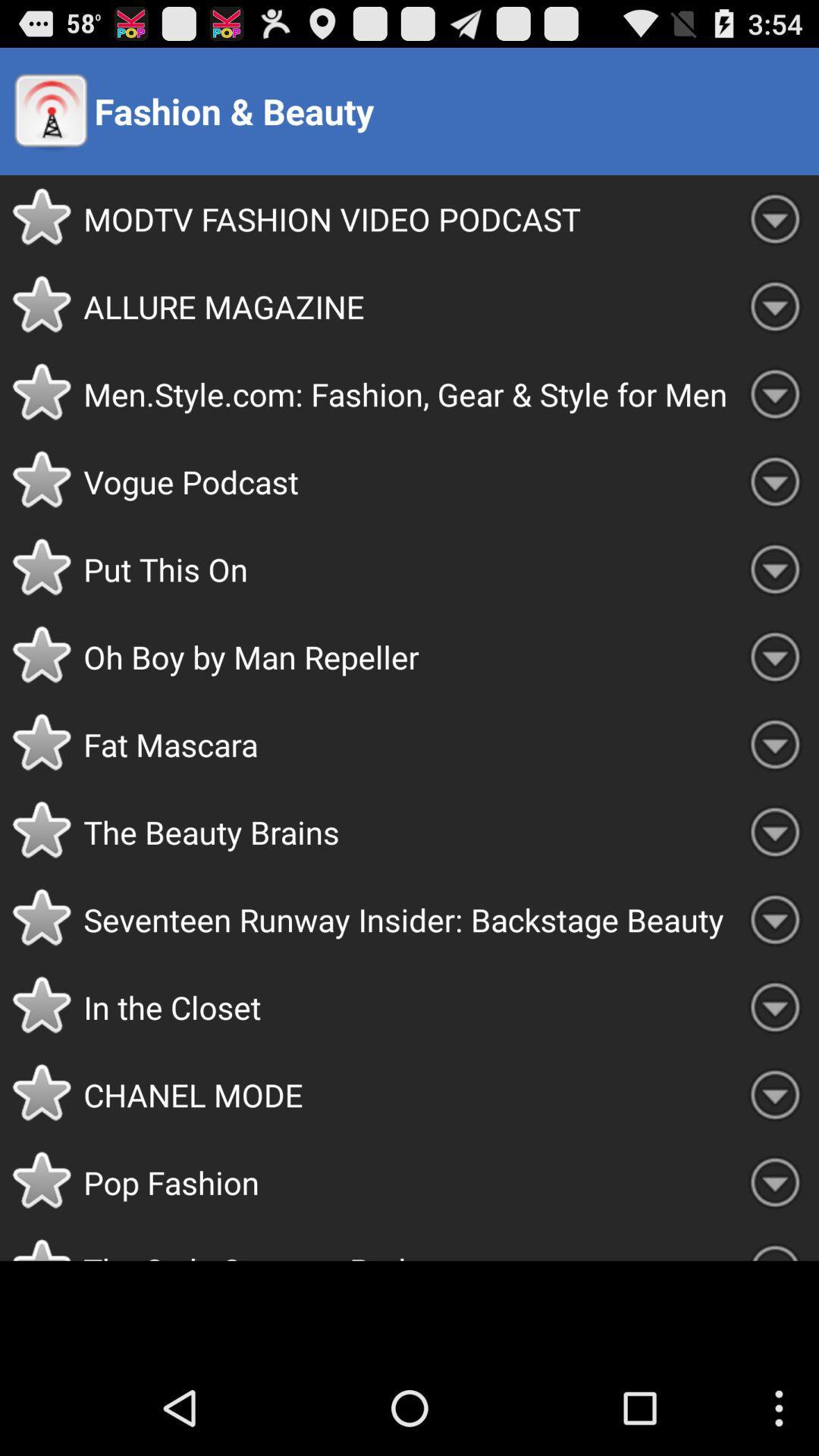 The height and width of the screenshot is (1456, 819). Describe the element at coordinates (406, 918) in the screenshot. I see `icon below the beauty brains` at that location.